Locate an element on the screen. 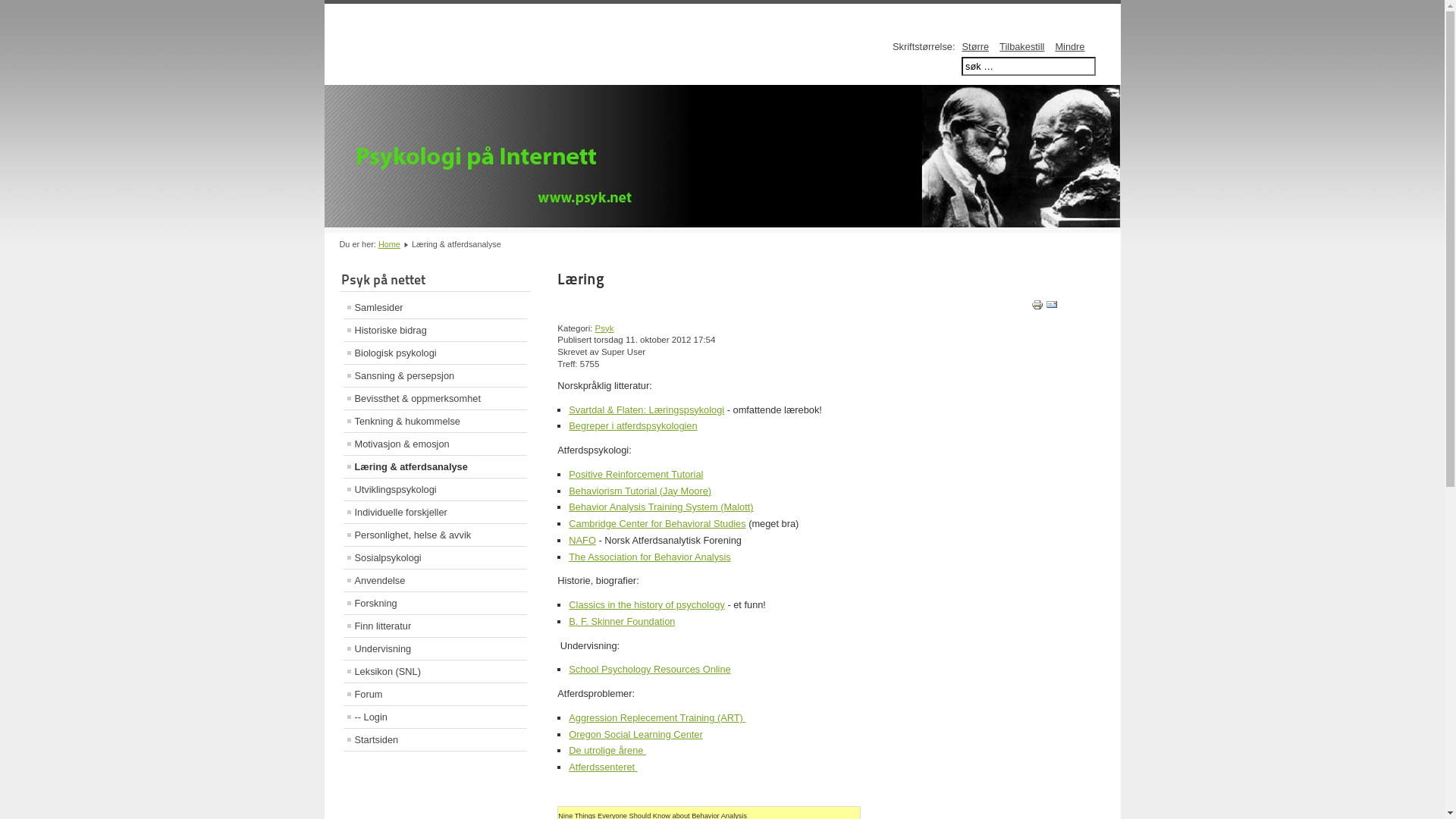  'Historiske bidrag' is located at coordinates (341, 329).